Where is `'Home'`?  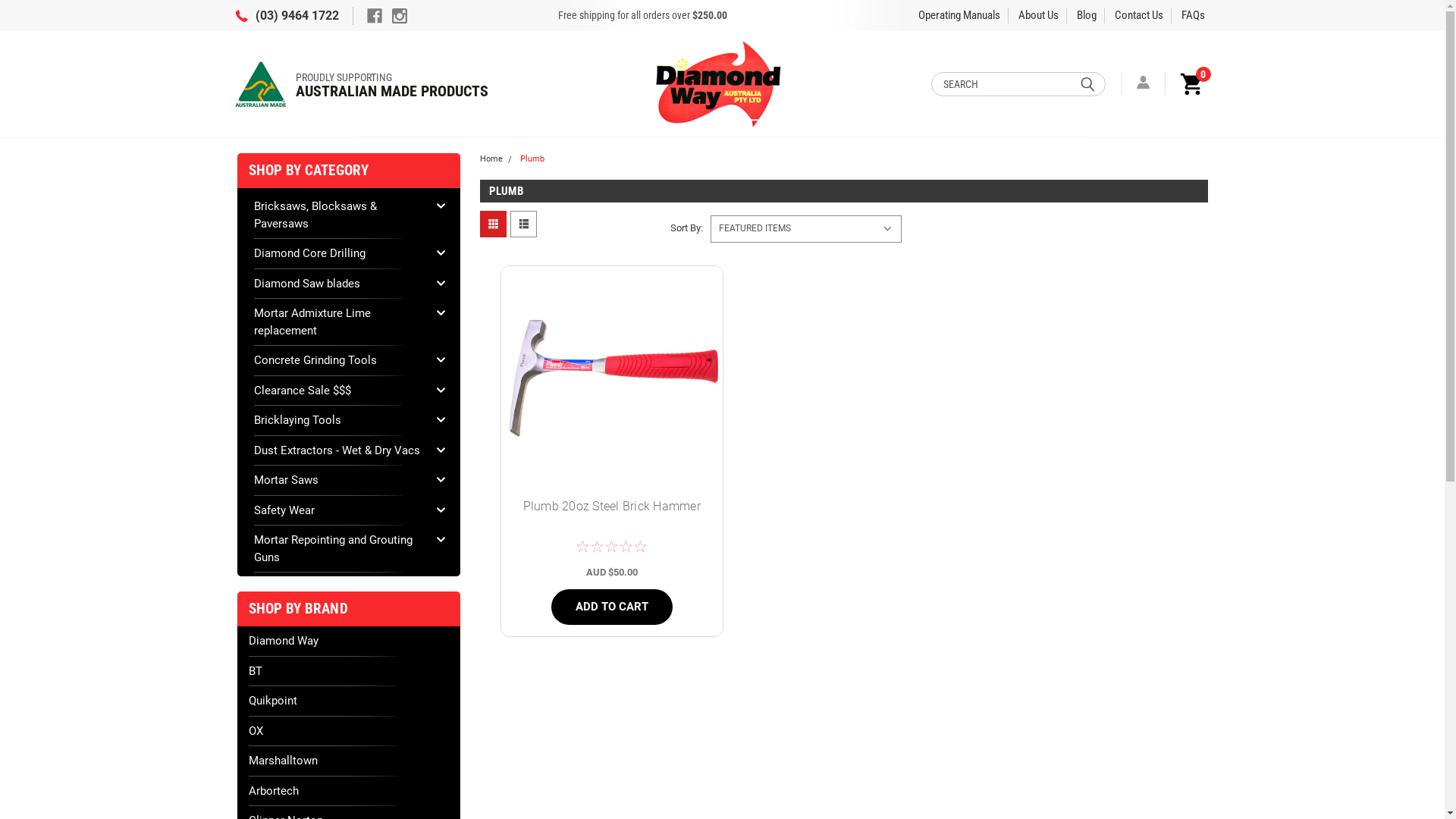
'Home' is located at coordinates (491, 158).